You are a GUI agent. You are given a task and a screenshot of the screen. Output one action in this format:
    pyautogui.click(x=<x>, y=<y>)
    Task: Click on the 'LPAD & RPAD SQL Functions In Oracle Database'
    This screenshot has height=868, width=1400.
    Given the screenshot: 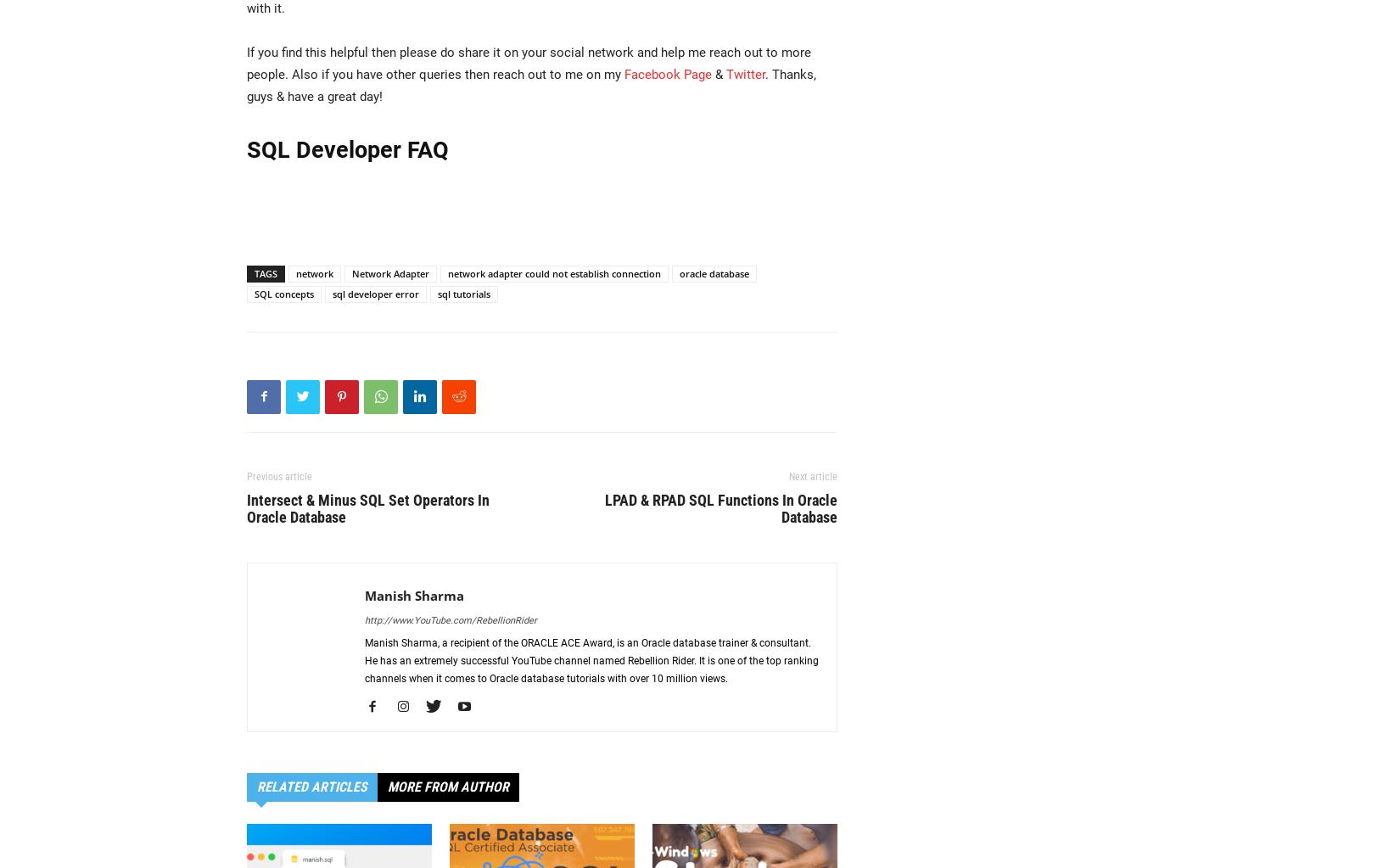 What is the action you would take?
    pyautogui.click(x=721, y=507)
    